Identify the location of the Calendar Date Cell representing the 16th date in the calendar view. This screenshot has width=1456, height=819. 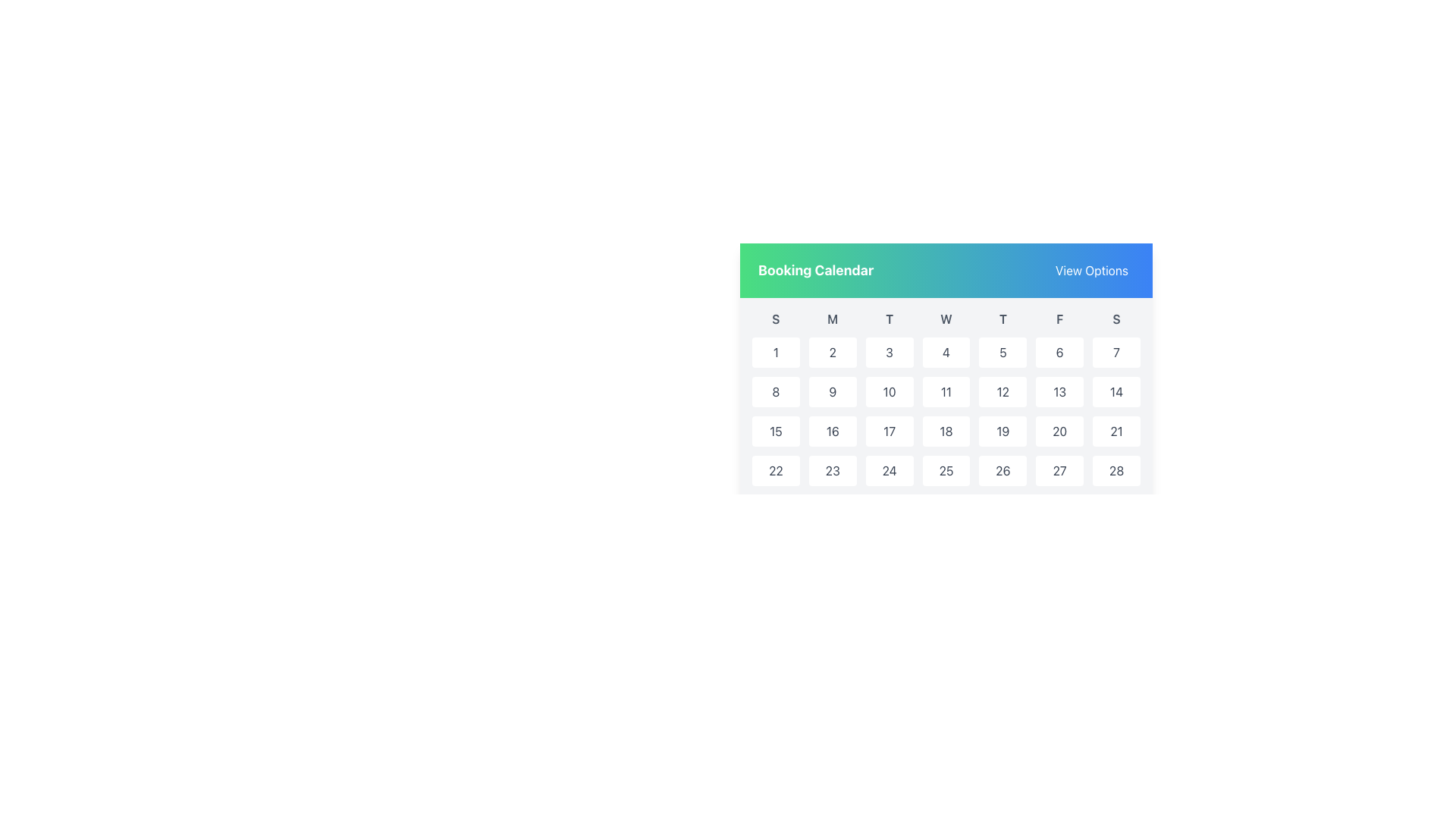
(832, 431).